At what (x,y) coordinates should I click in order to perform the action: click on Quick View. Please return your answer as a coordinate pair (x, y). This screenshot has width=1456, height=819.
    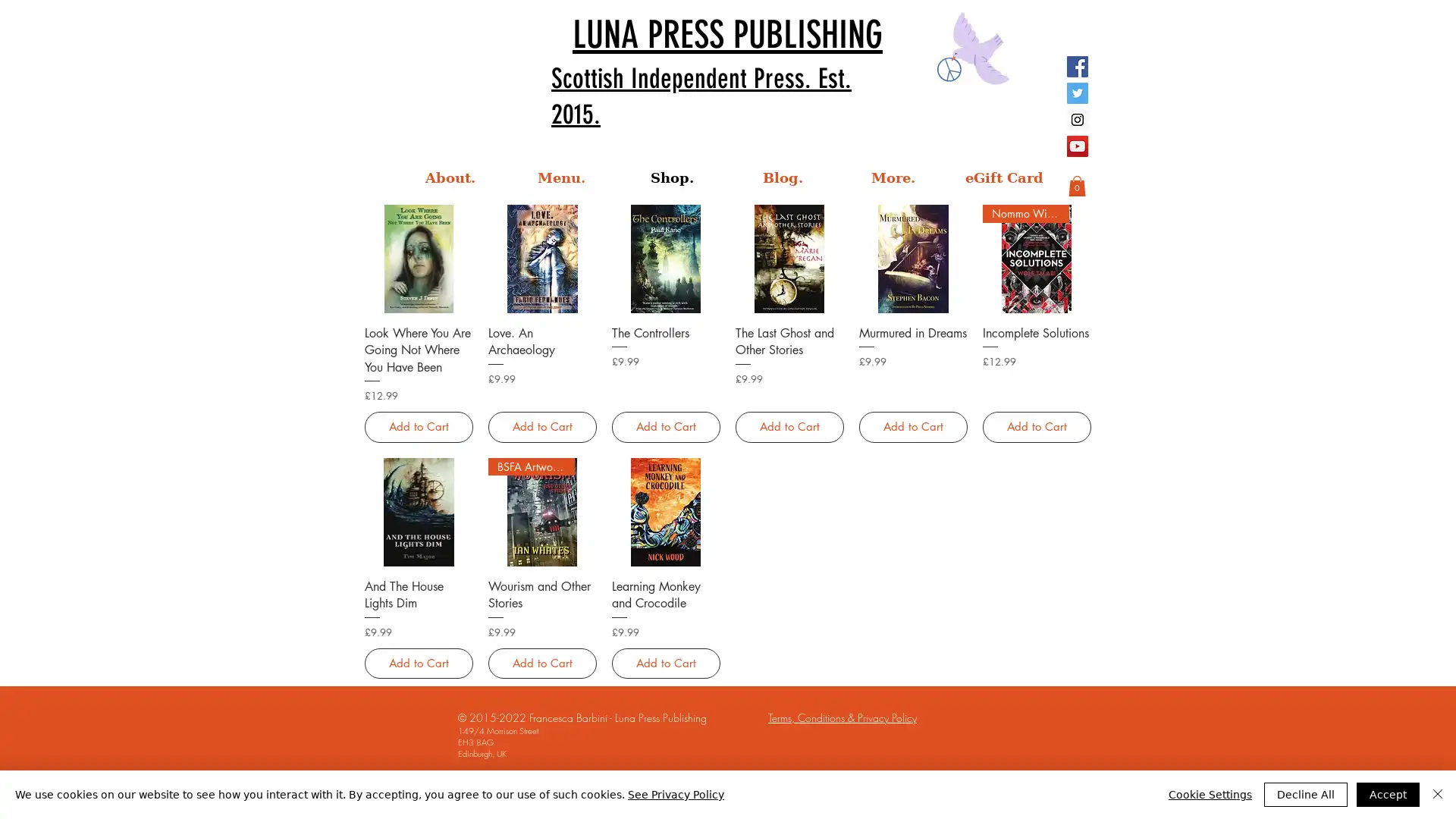
    Looking at the image, I should click on (912, 330).